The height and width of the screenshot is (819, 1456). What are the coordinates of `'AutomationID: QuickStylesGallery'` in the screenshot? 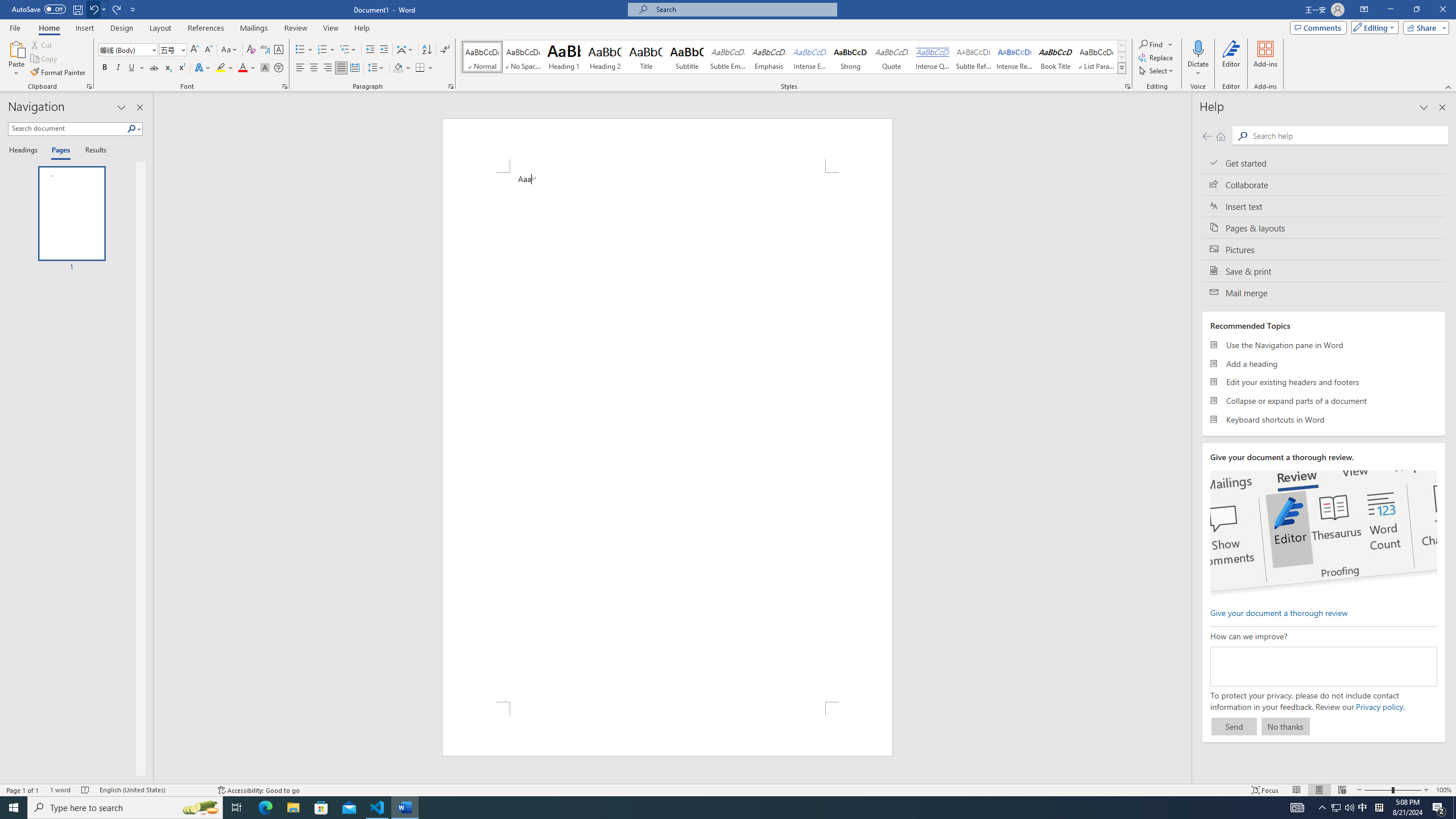 It's located at (793, 56).